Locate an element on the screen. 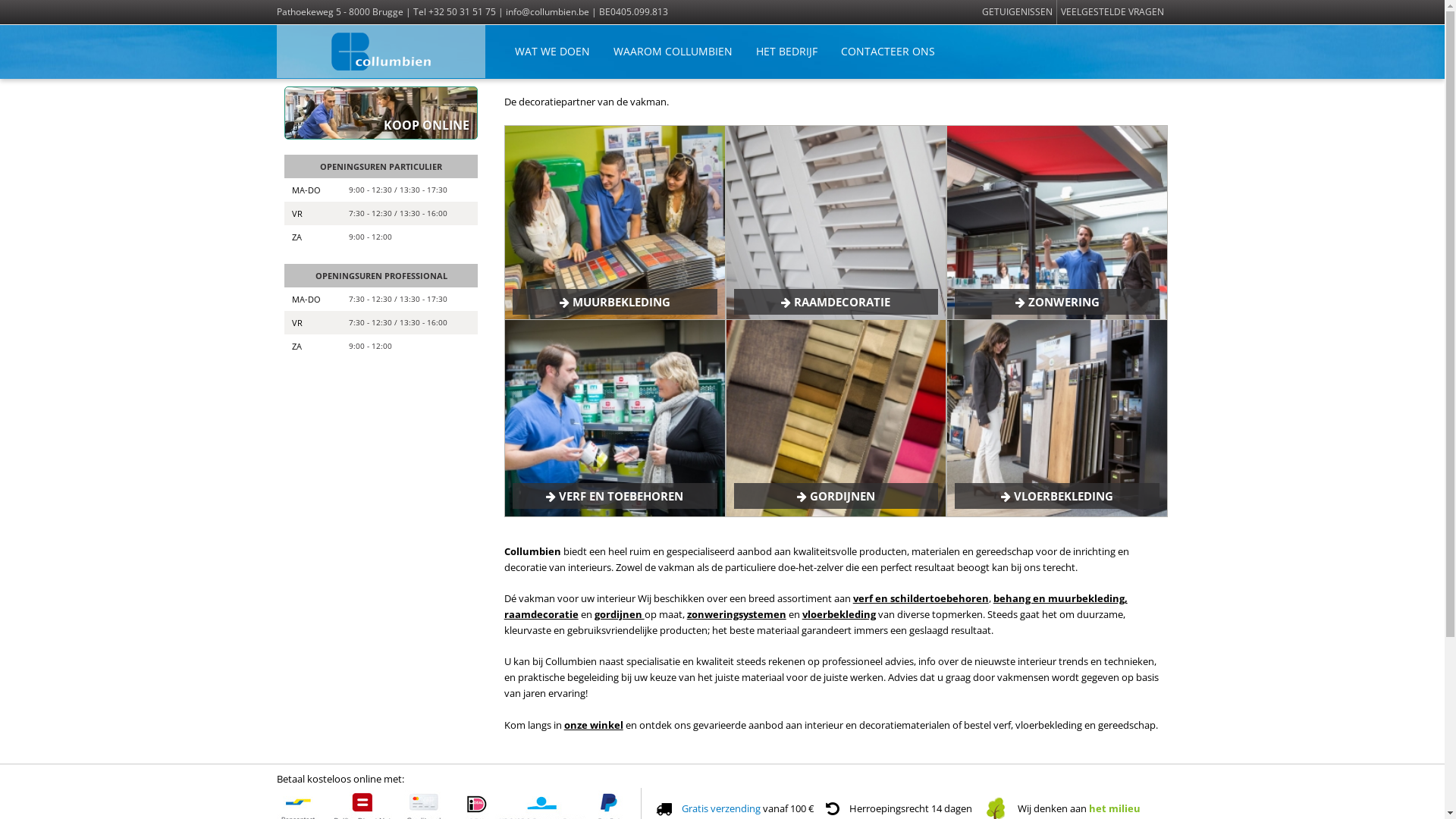 This screenshot has height=819, width=1456. 'info@collumbien.be' is located at coordinates (506, 11).